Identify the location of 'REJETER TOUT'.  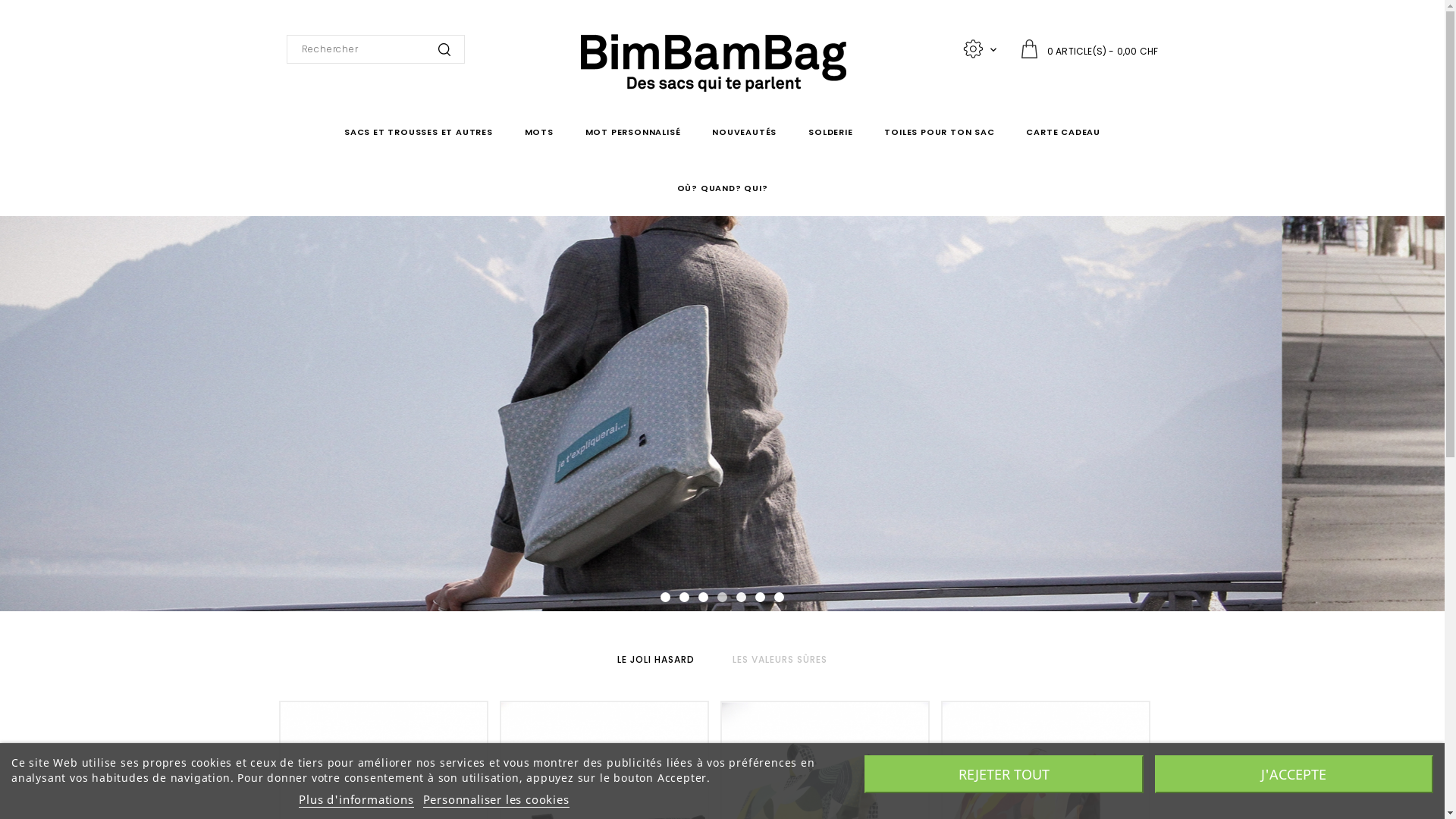
(1004, 774).